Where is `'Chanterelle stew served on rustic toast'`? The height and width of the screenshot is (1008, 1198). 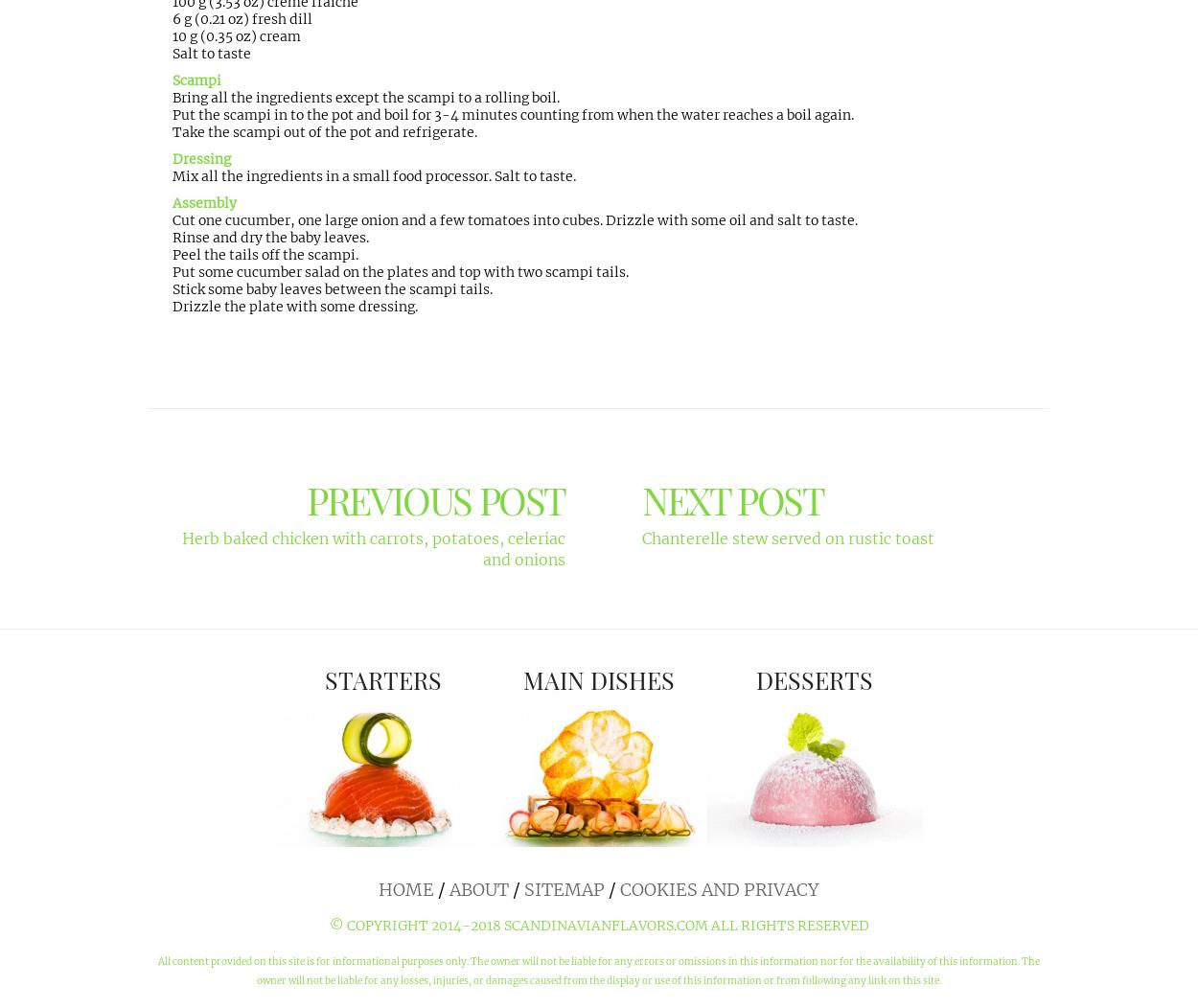
'Chanterelle stew served on rustic toast' is located at coordinates (787, 538).